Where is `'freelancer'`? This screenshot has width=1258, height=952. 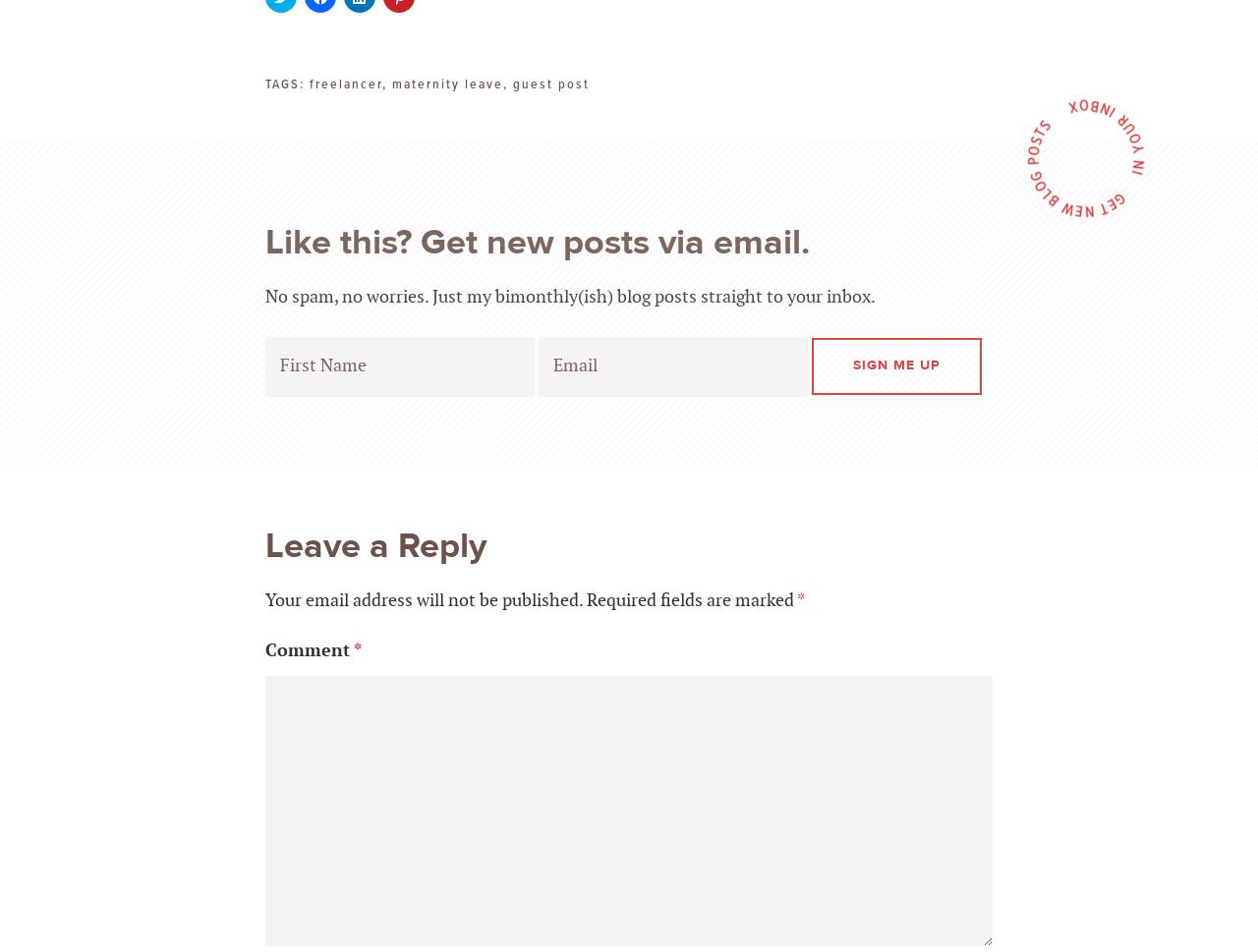 'freelancer' is located at coordinates (346, 82).